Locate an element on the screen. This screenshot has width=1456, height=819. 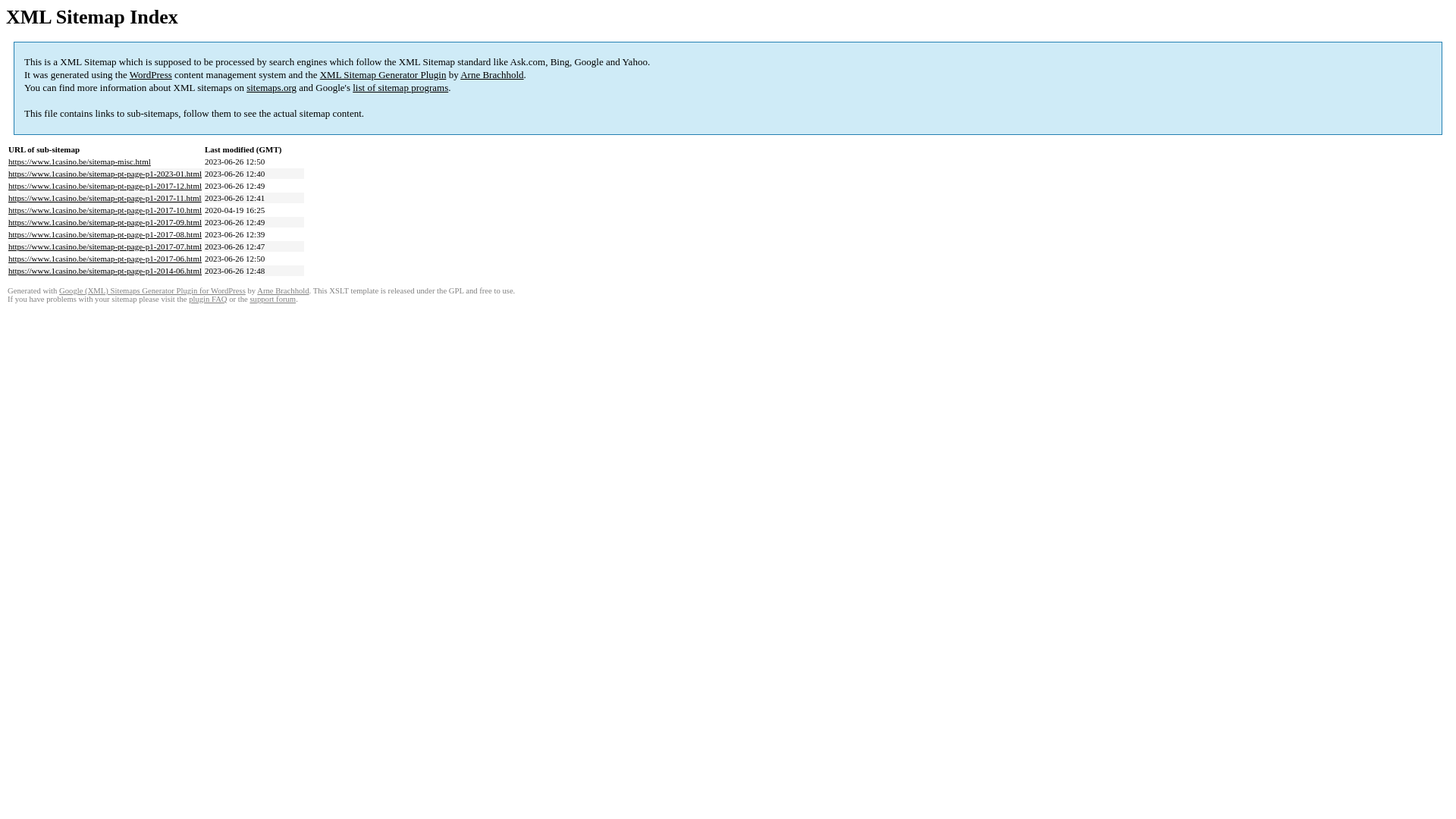
'Google (XML) Sitemaps Generator Plugin for WordPress' is located at coordinates (152, 290).